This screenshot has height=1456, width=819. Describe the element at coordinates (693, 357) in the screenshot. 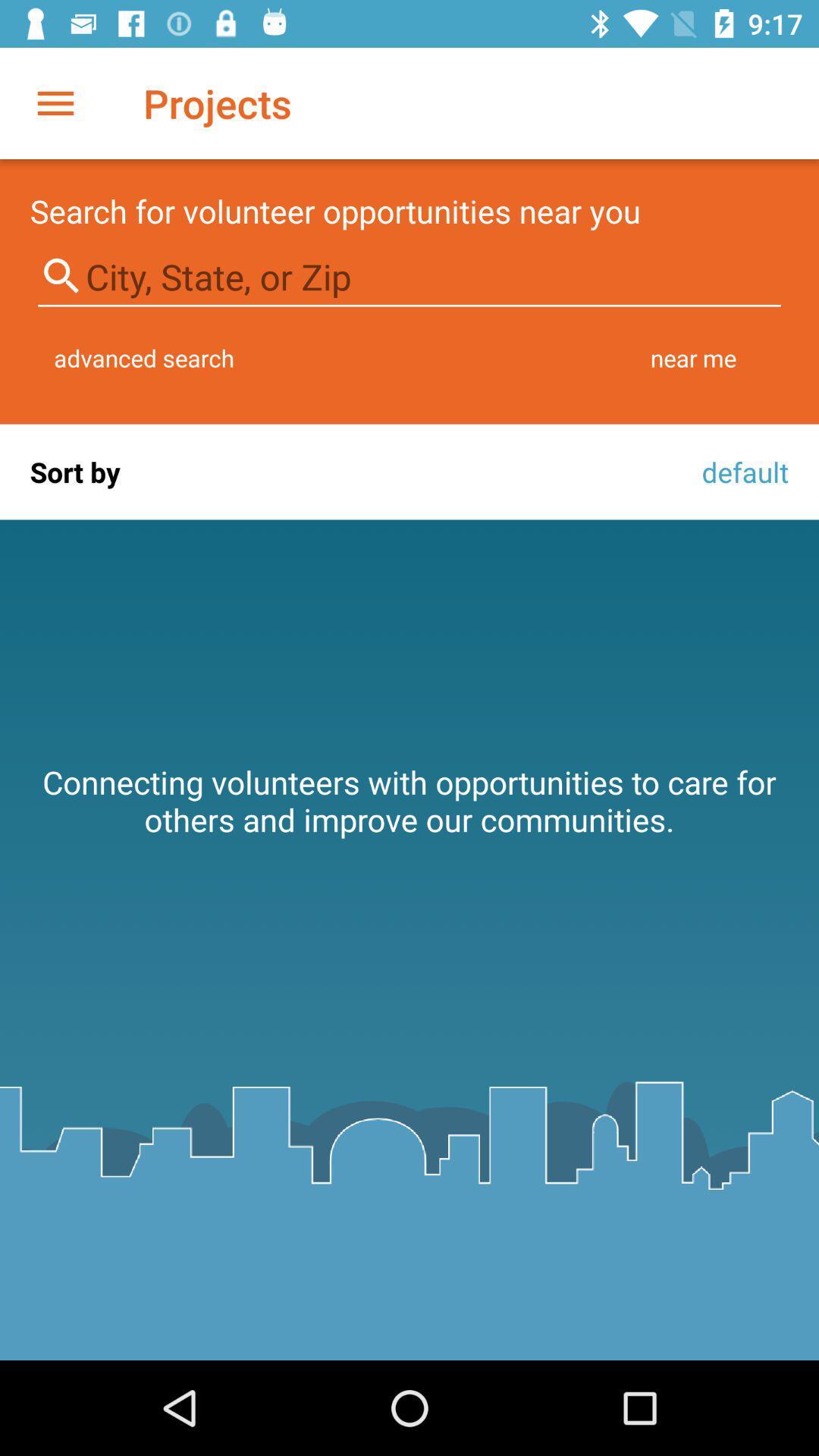

I see `near me icon` at that location.